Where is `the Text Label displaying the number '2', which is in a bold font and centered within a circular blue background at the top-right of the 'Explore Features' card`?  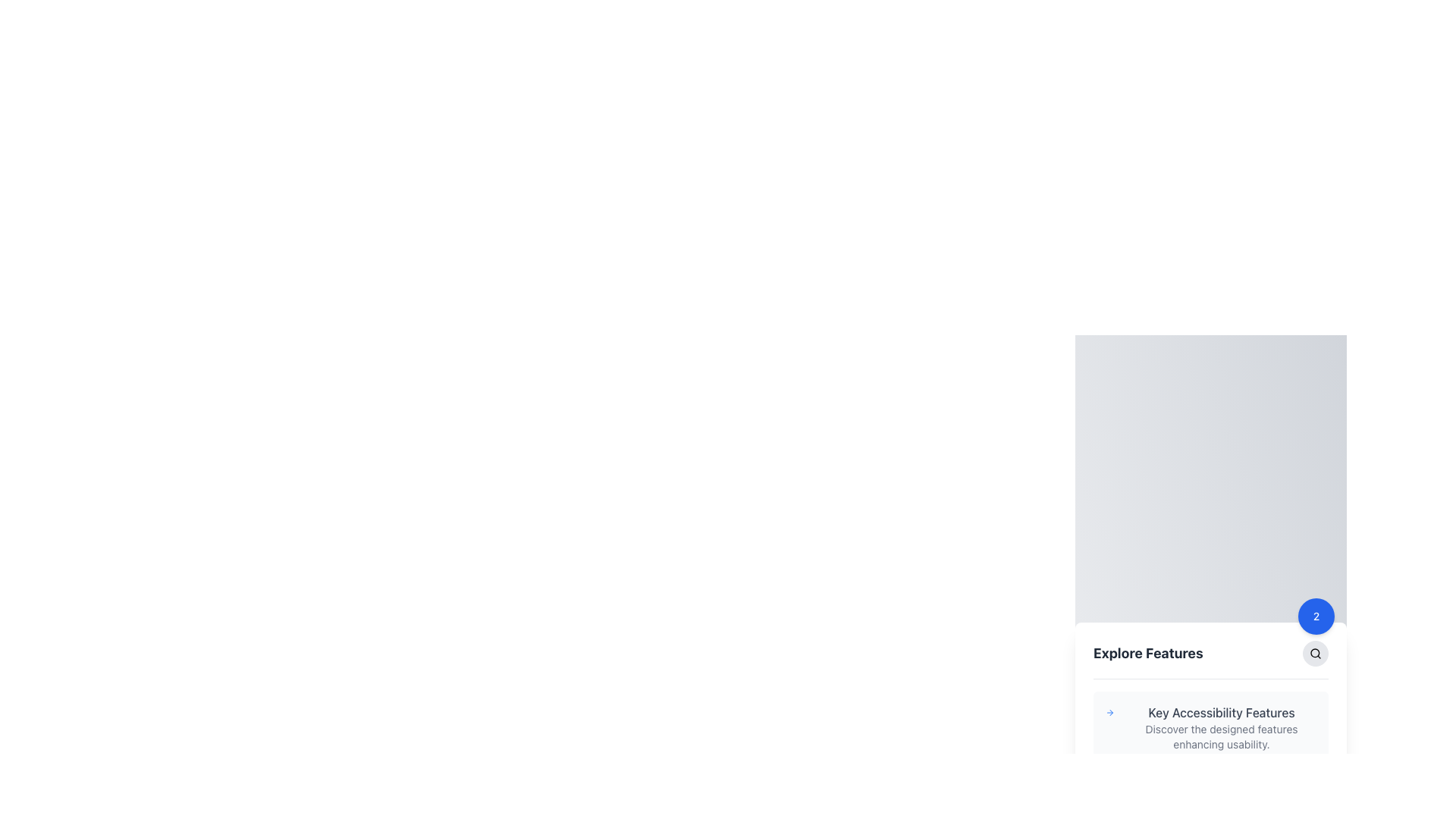 the Text Label displaying the number '2', which is in a bold font and centered within a circular blue background at the top-right of the 'Explore Features' card is located at coordinates (1316, 616).